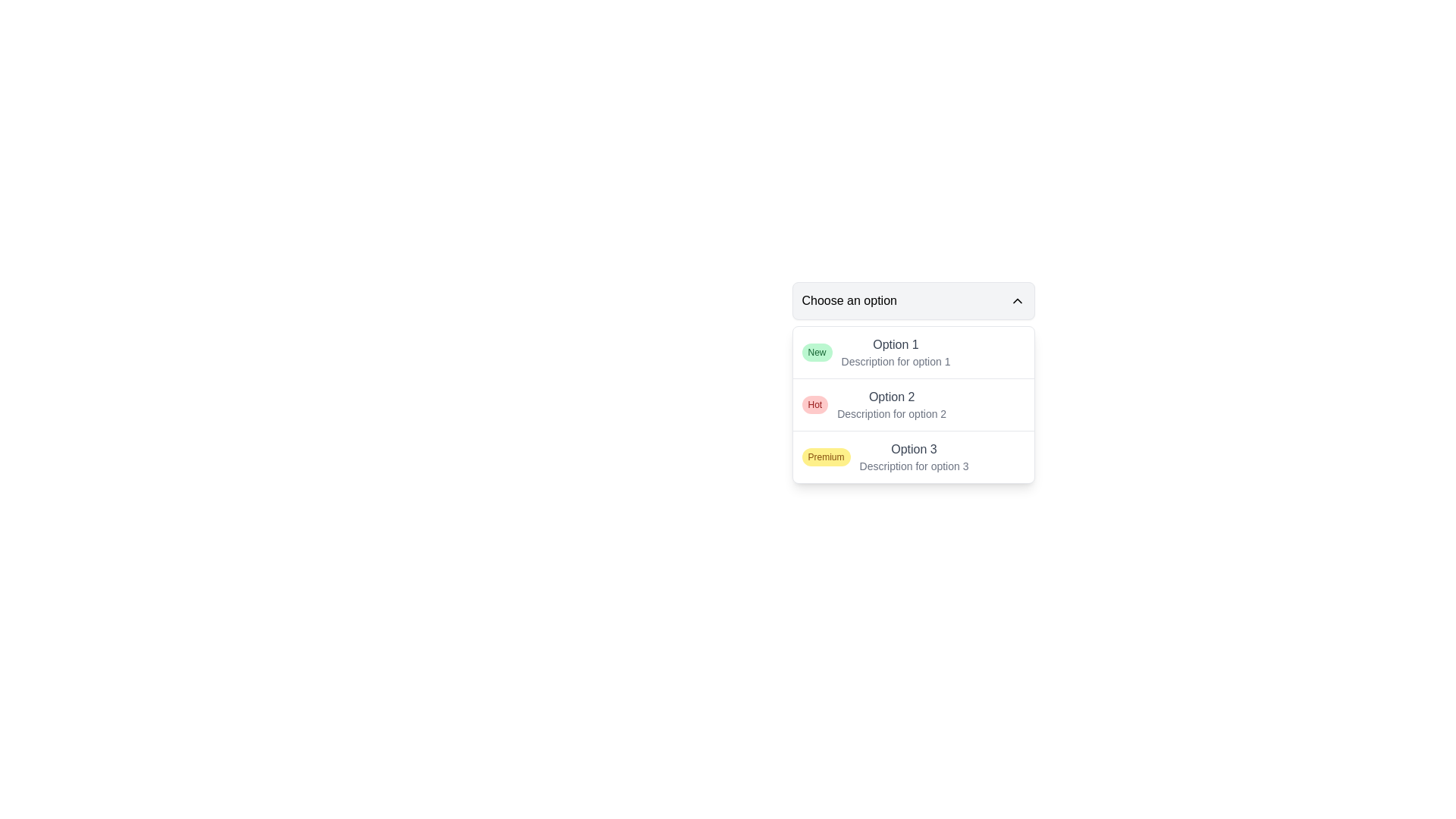 This screenshot has width=1456, height=819. What do you see at coordinates (825, 456) in the screenshot?
I see `the 'Premium' badge-style label within the 'Option 3' entry of the dropdown menu, which has a yellow background and bold text` at bounding box center [825, 456].